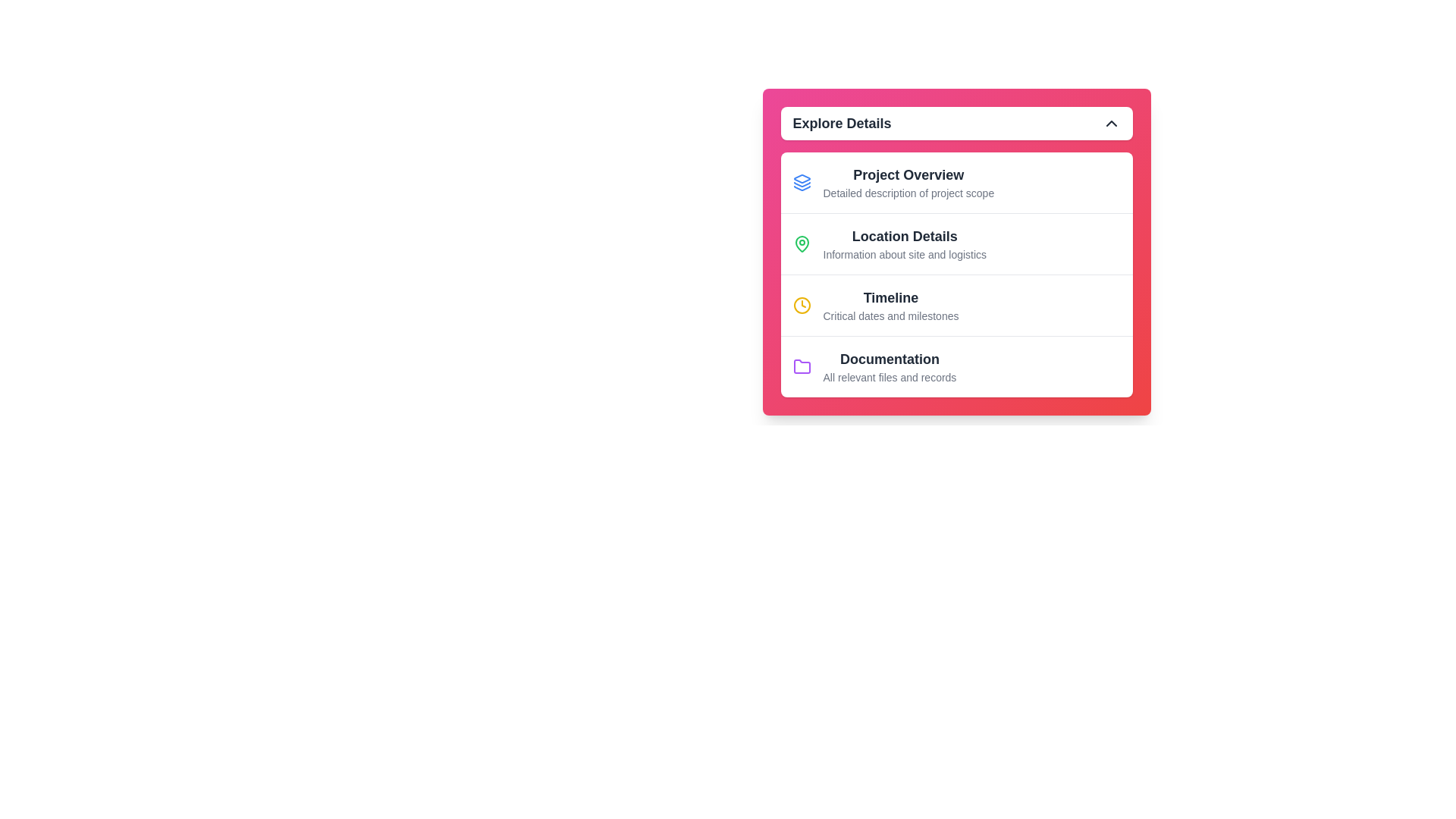 Image resolution: width=1456 pixels, height=819 pixels. I want to click on the outer circular part of the clock icon, which is located to the left of the 'Timeline' label in the third row of the menu-like interface, so click(801, 305).